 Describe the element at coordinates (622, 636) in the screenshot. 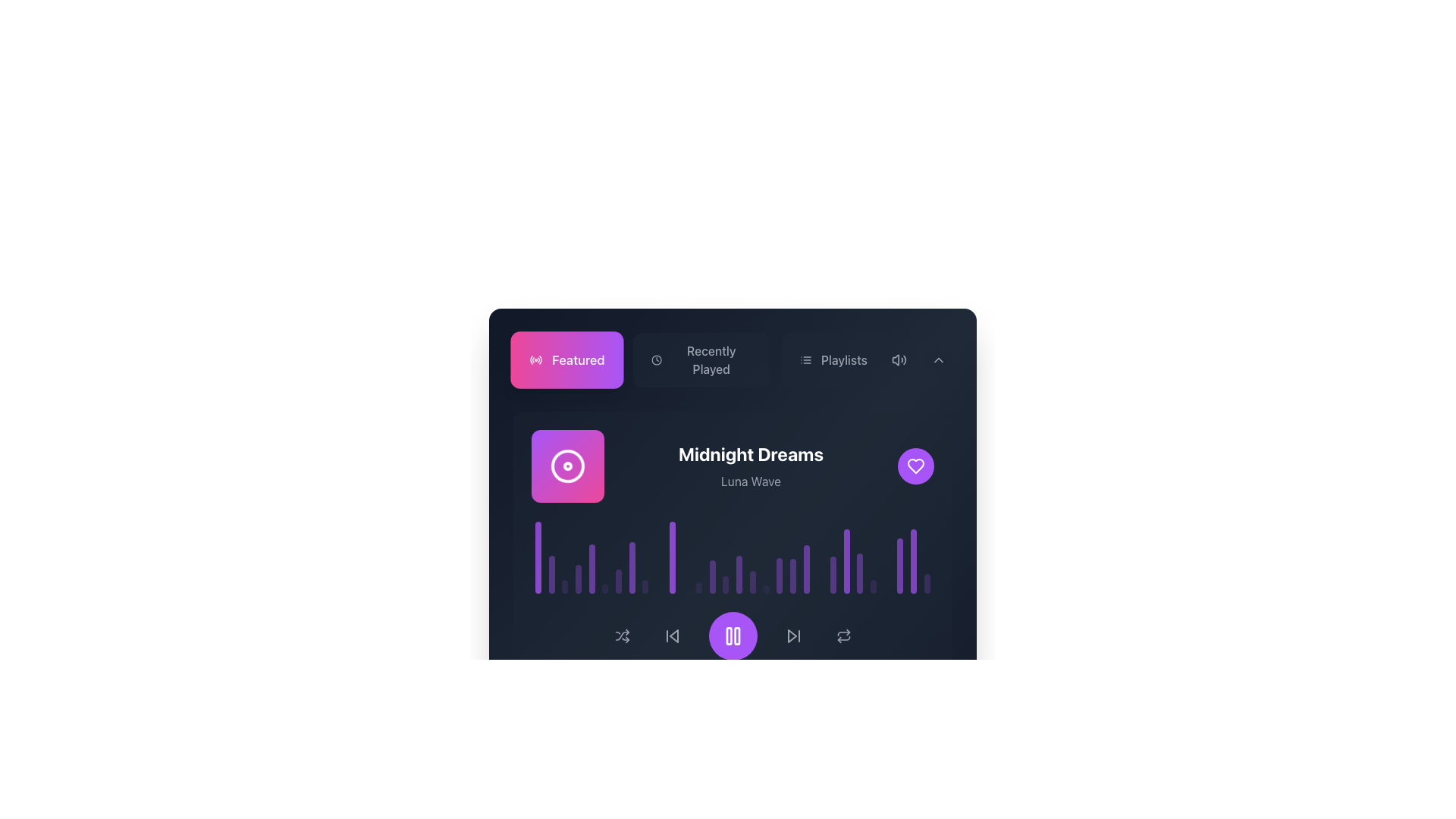

I see `the shuffle button with interlacing arrows at the bottom center of the interface` at that location.